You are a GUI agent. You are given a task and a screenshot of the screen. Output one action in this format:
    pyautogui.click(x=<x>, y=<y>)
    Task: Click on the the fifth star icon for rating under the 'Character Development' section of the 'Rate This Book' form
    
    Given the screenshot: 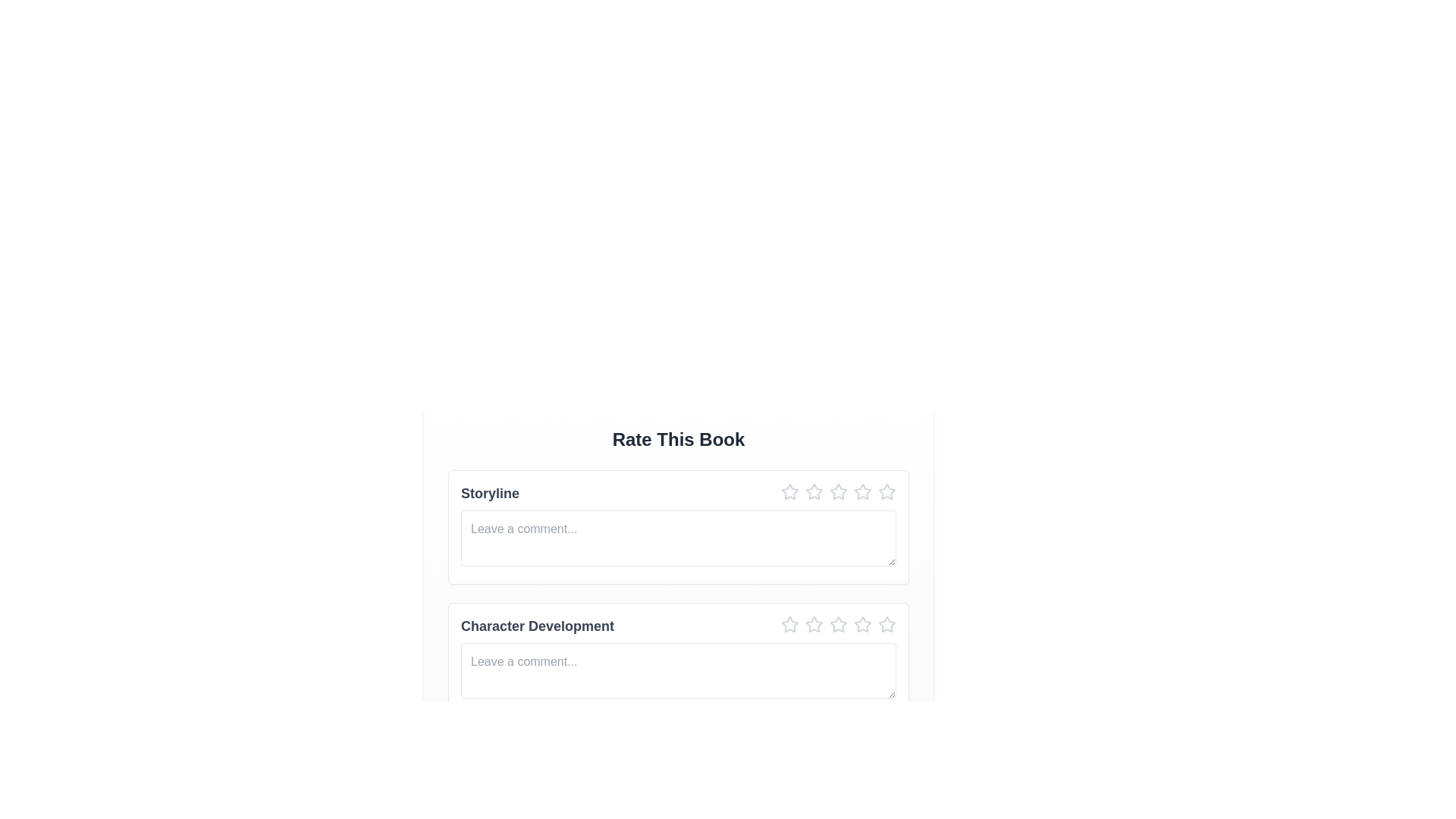 What is the action you would take?
    pyautogui.click(x=837, y=625)
    